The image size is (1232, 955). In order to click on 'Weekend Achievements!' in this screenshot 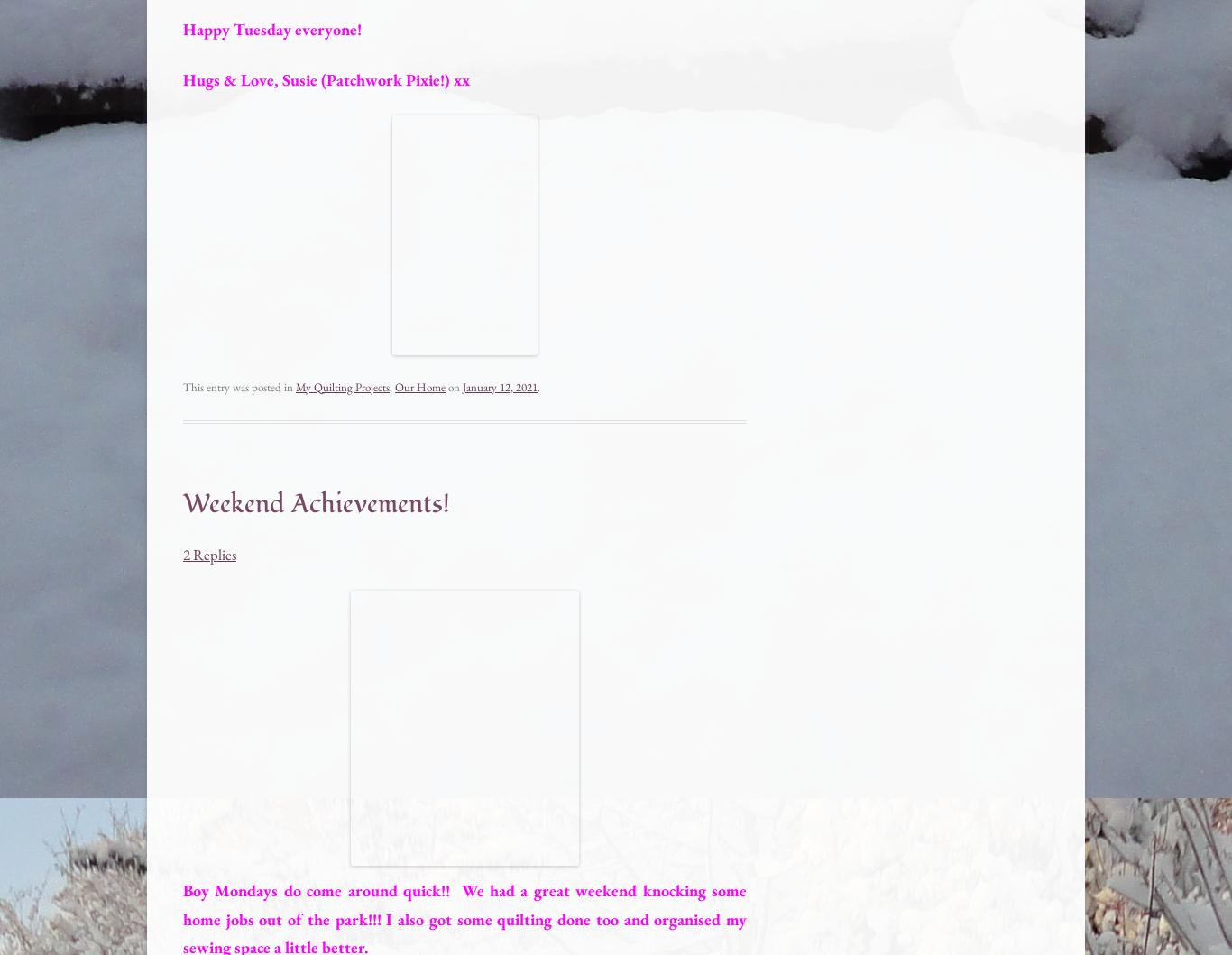, I will do `click(316, 501)`.